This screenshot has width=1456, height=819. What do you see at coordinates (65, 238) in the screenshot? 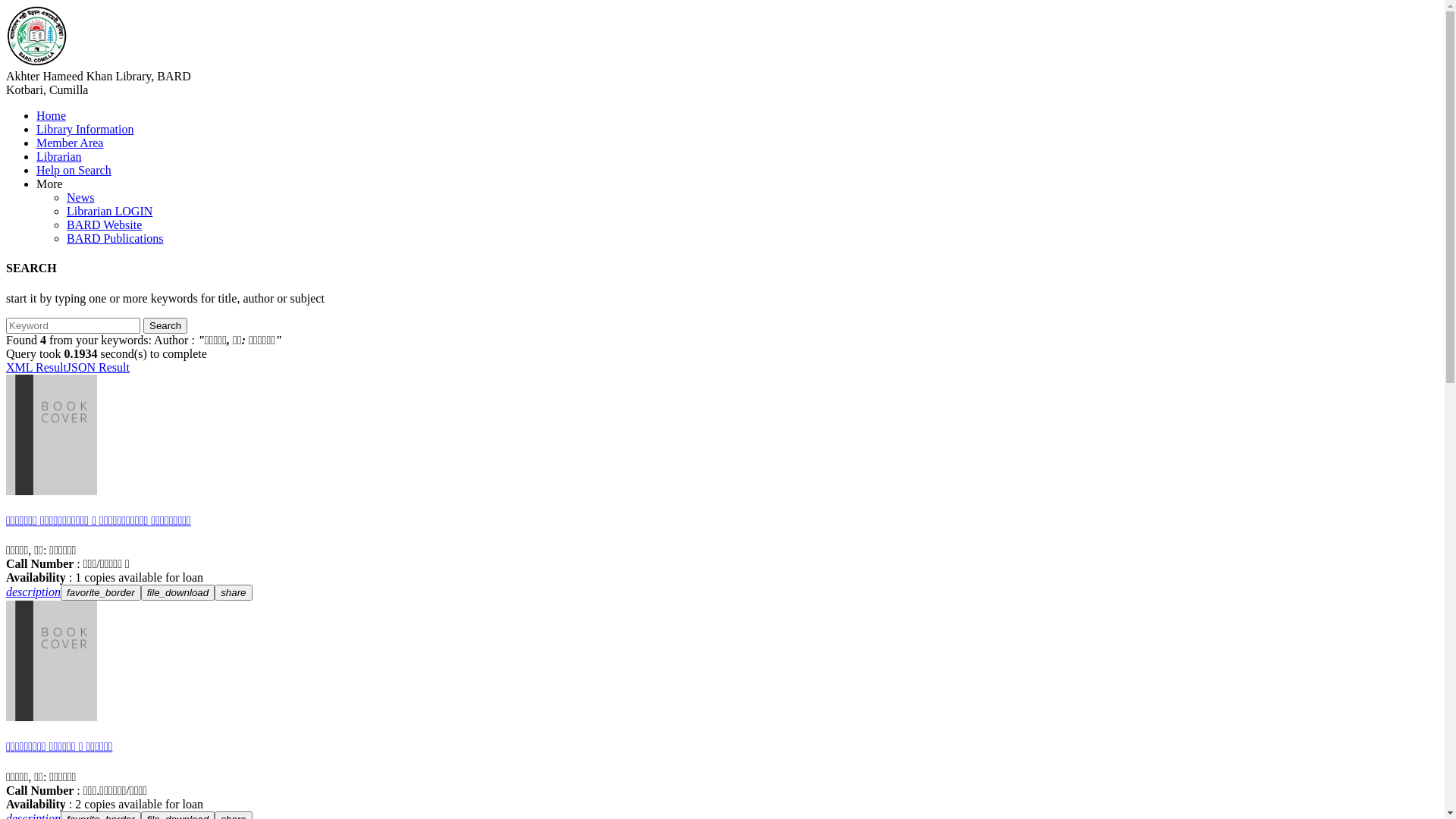
I see `'BARD Publications'` at bounding box center [65, 238].